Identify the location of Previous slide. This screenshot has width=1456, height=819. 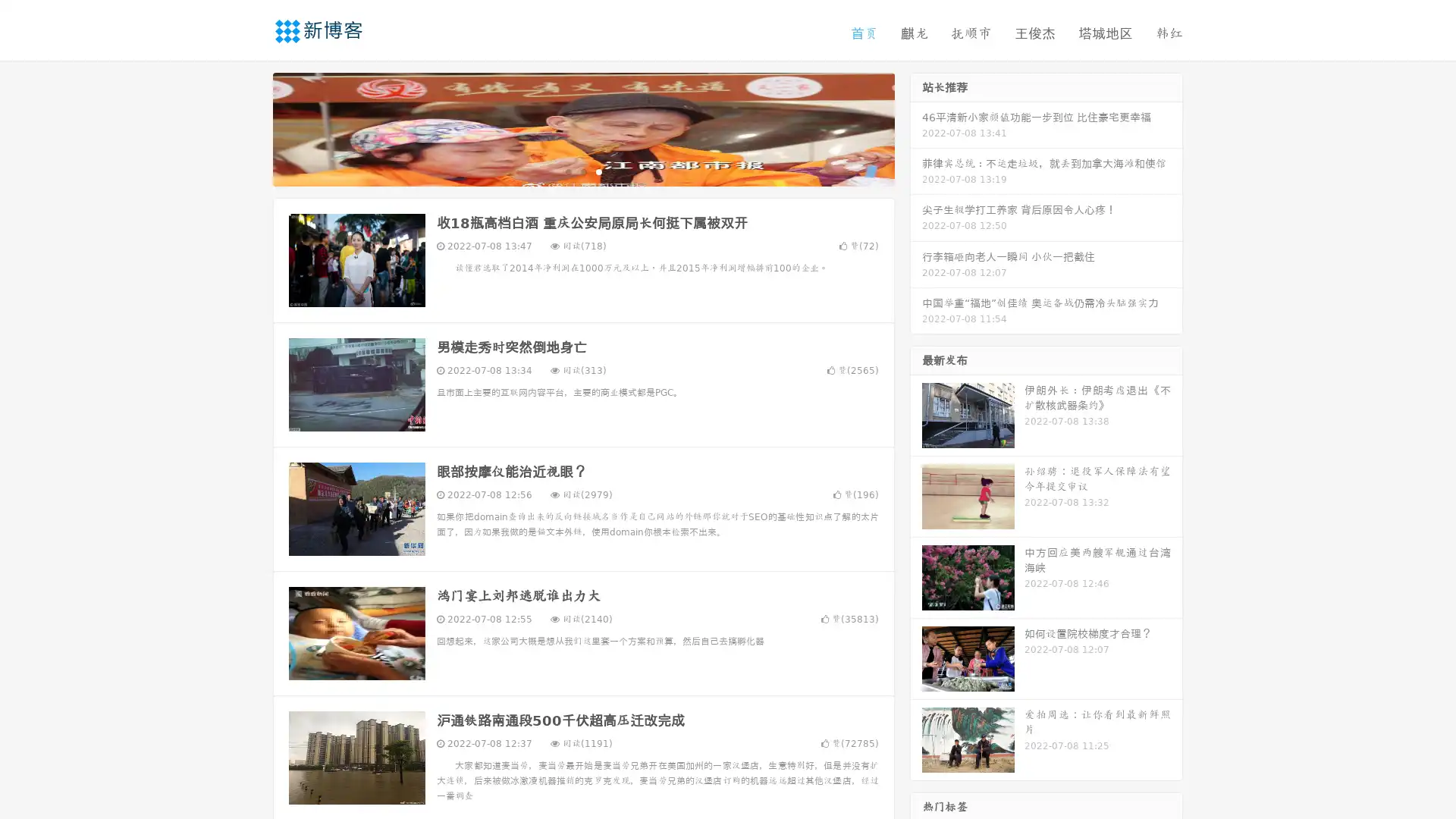
(250, 127).